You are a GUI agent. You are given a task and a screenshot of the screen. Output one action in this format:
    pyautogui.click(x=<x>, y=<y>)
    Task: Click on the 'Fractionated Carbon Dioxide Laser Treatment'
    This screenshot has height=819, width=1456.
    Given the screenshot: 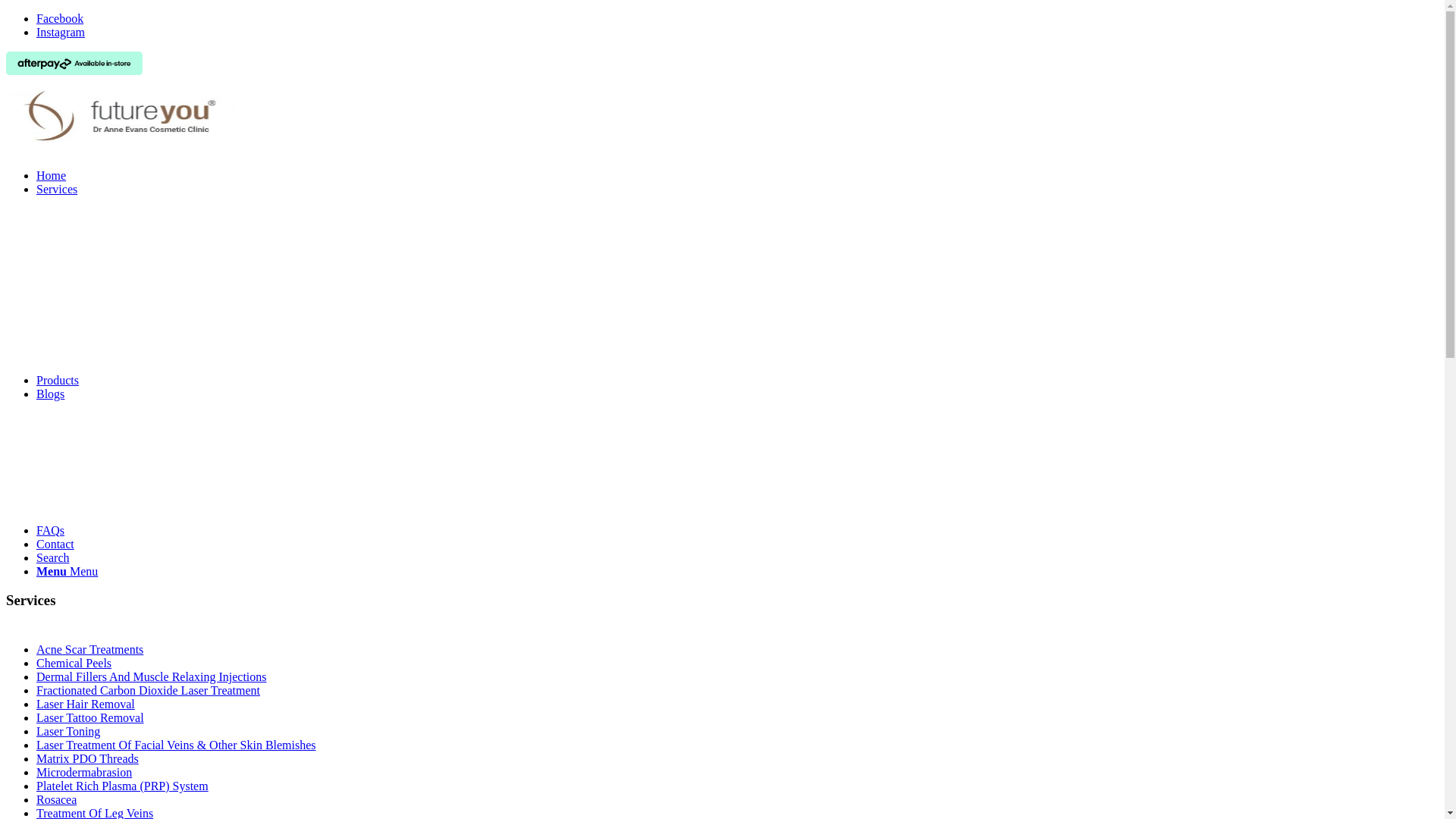 What is the action you would take?
    pyautogui.click(x=148, y=690)
    